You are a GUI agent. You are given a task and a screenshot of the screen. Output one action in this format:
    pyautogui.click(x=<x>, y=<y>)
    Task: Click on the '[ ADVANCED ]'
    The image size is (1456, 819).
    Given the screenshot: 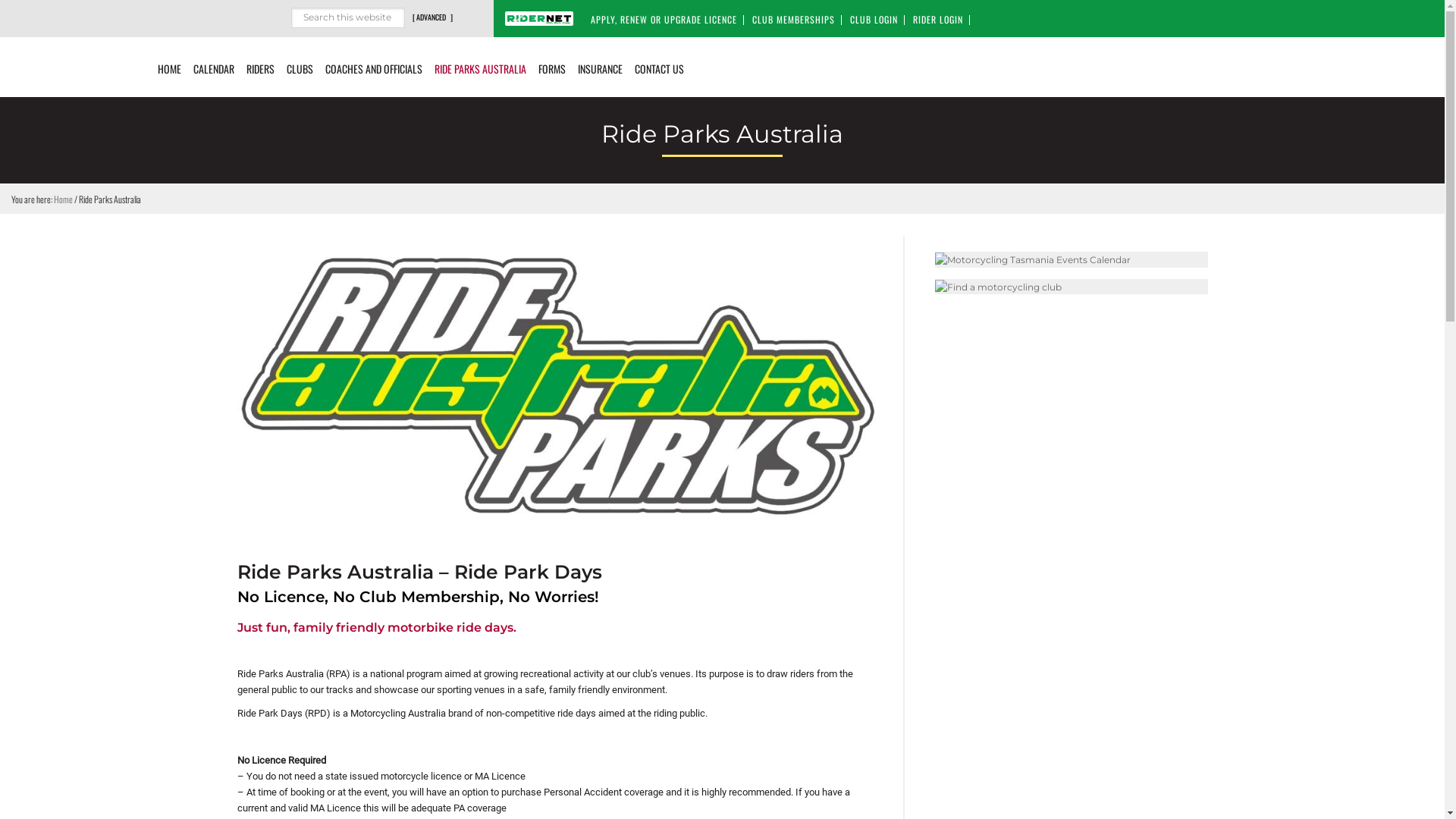 What is the action you would take?
    pyautogui.click(x=412, y=17)
    